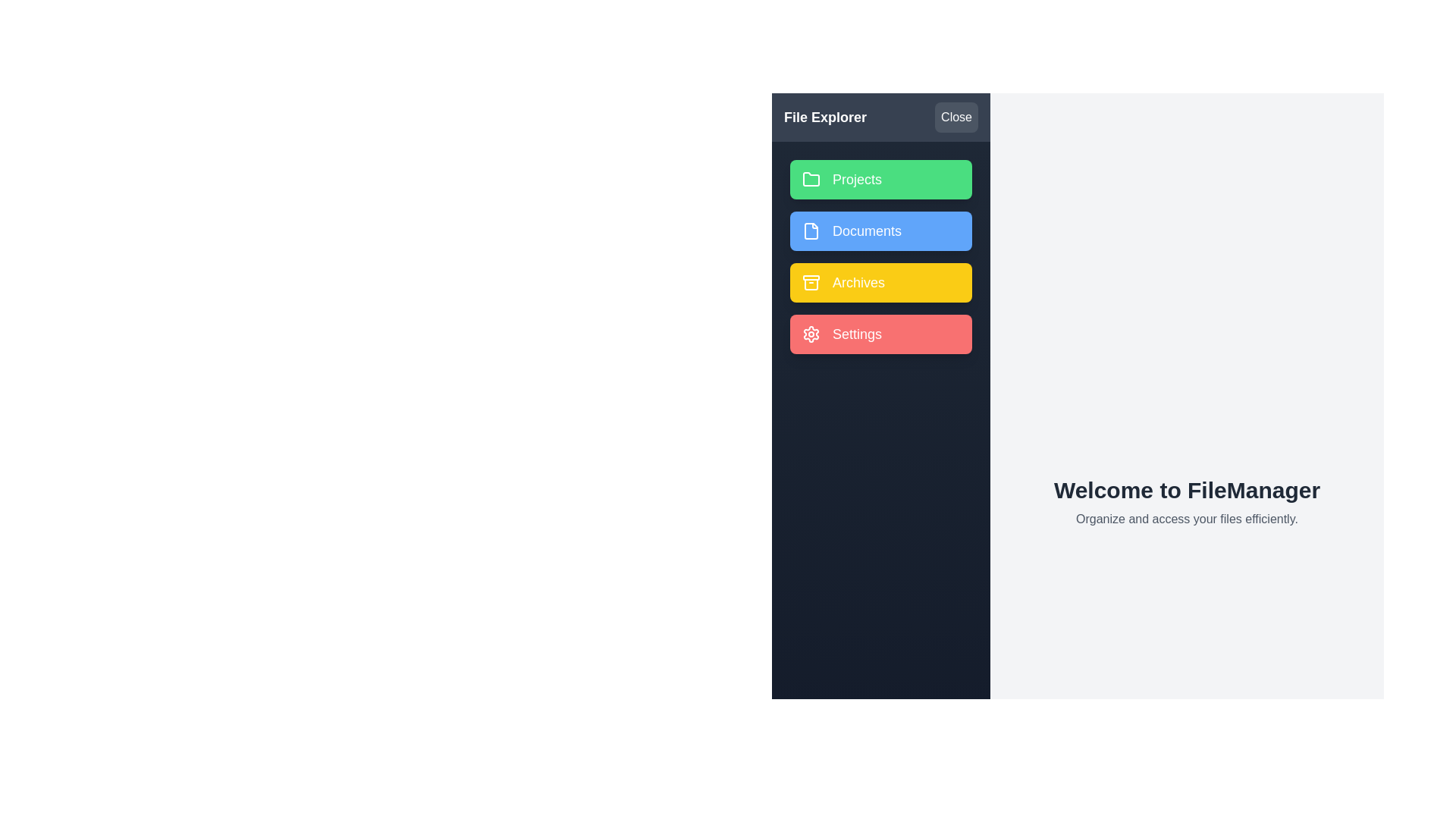  What do you see at coordinates (880, 178) in the screenshot?
I see `the Projects button to navigate to the respective section` at bounding box center [880, 178].